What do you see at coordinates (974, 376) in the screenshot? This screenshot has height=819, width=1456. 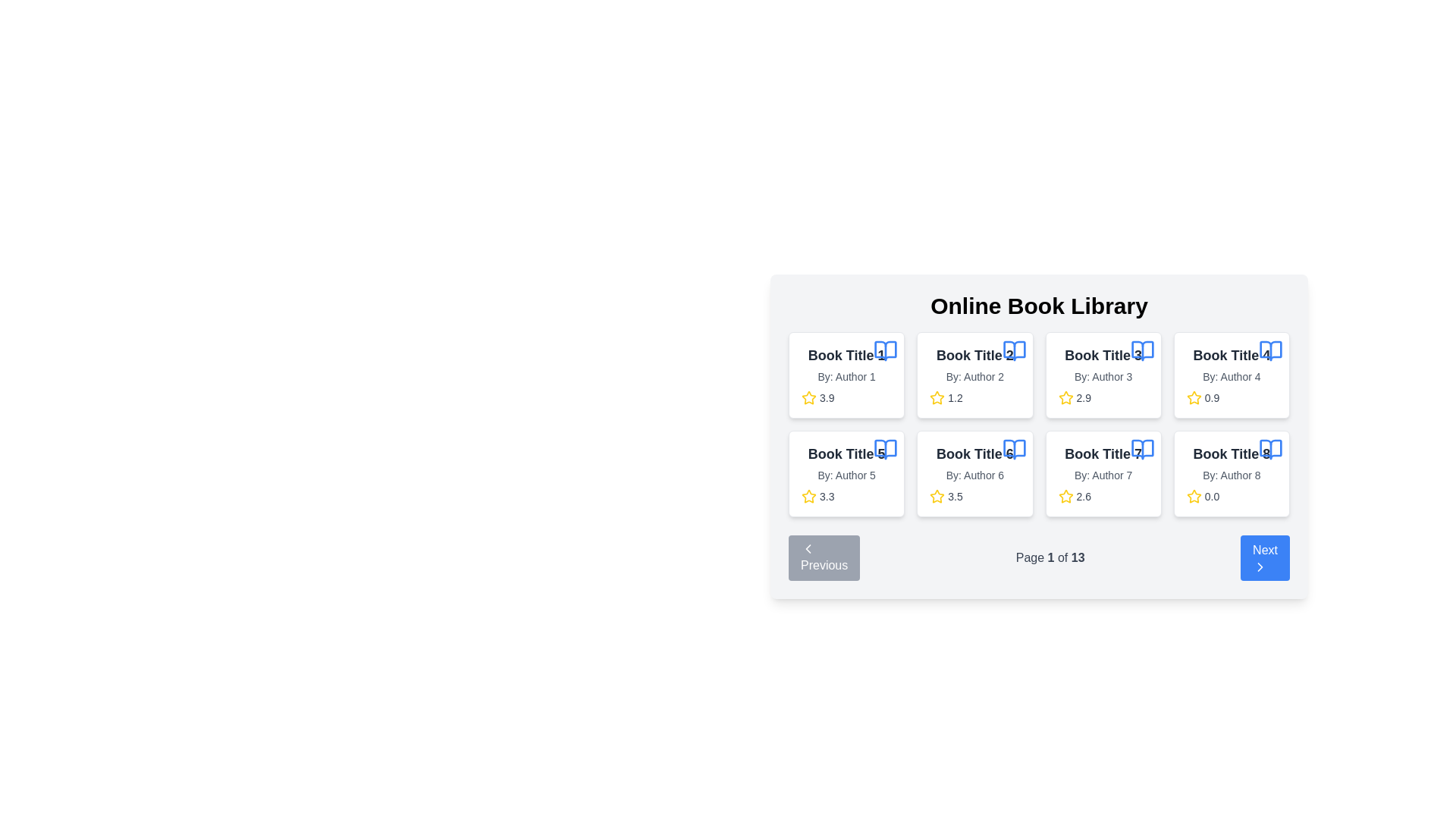 I see `the text label indicating the author of 'Book Title 2', which is the second textual component within the book card` at bounding box center [974, 376].